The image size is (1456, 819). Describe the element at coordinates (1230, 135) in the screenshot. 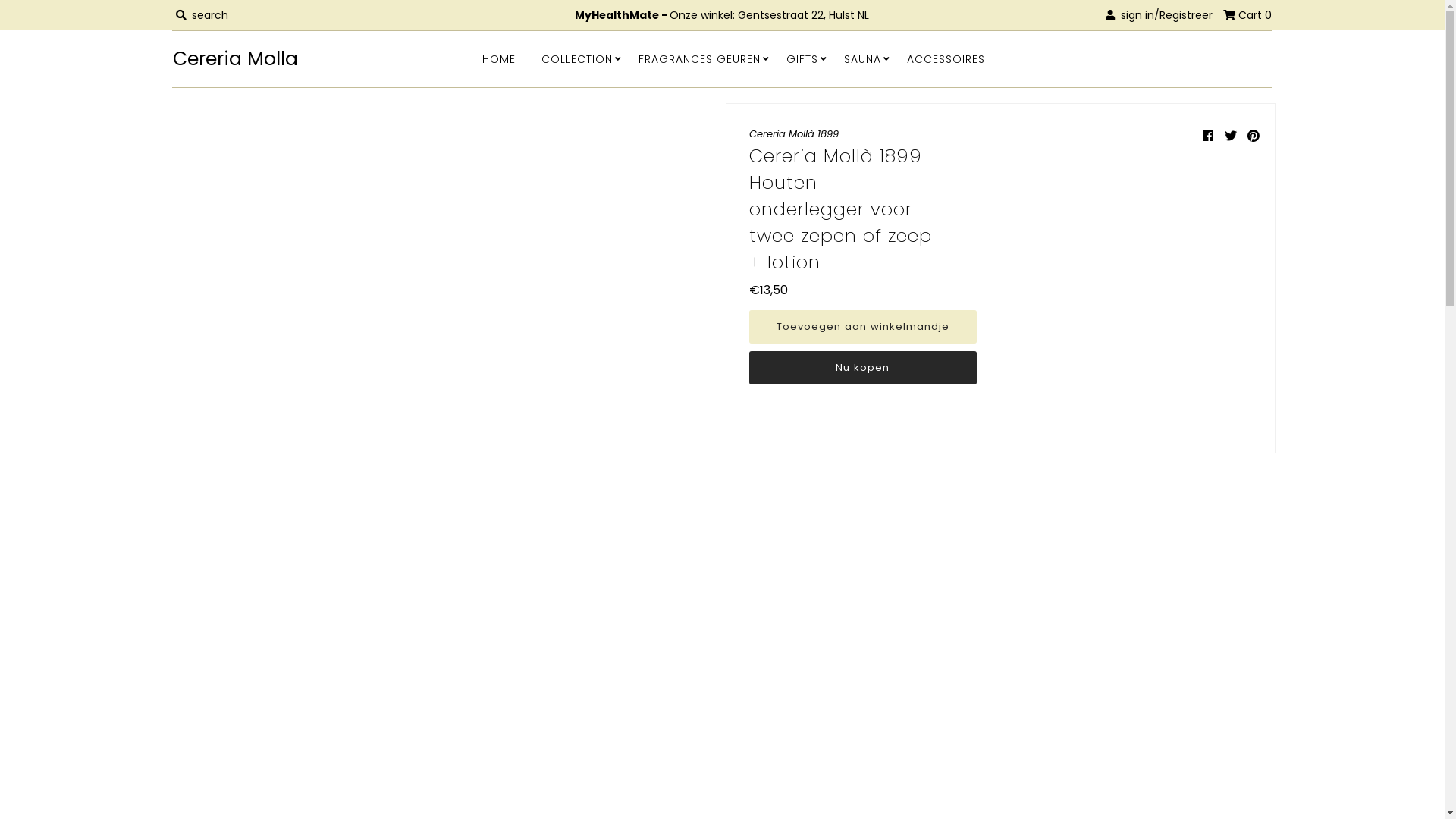

I see `'Share on Twitter'` at that location.